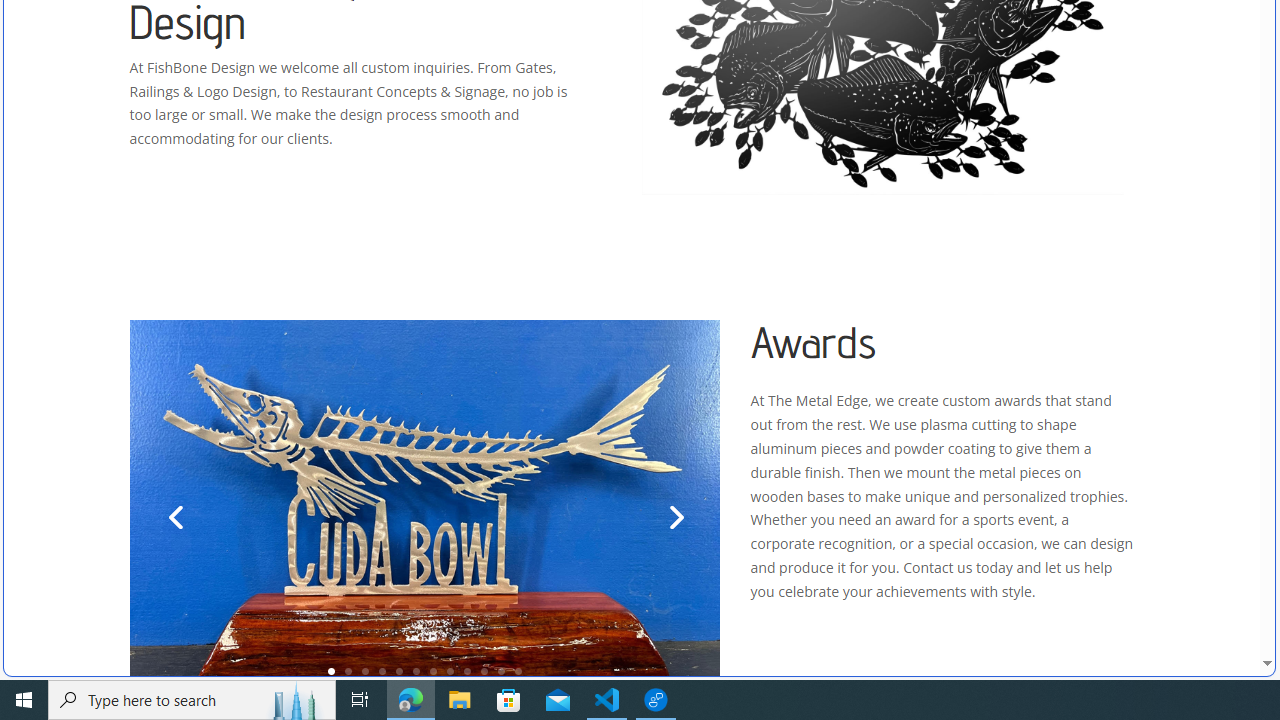 Image resolution: width=1280 pixels, height=720 pixels. Describe the element at coordinates (518, 671) in the screenshot. I see `'12'` at that location.